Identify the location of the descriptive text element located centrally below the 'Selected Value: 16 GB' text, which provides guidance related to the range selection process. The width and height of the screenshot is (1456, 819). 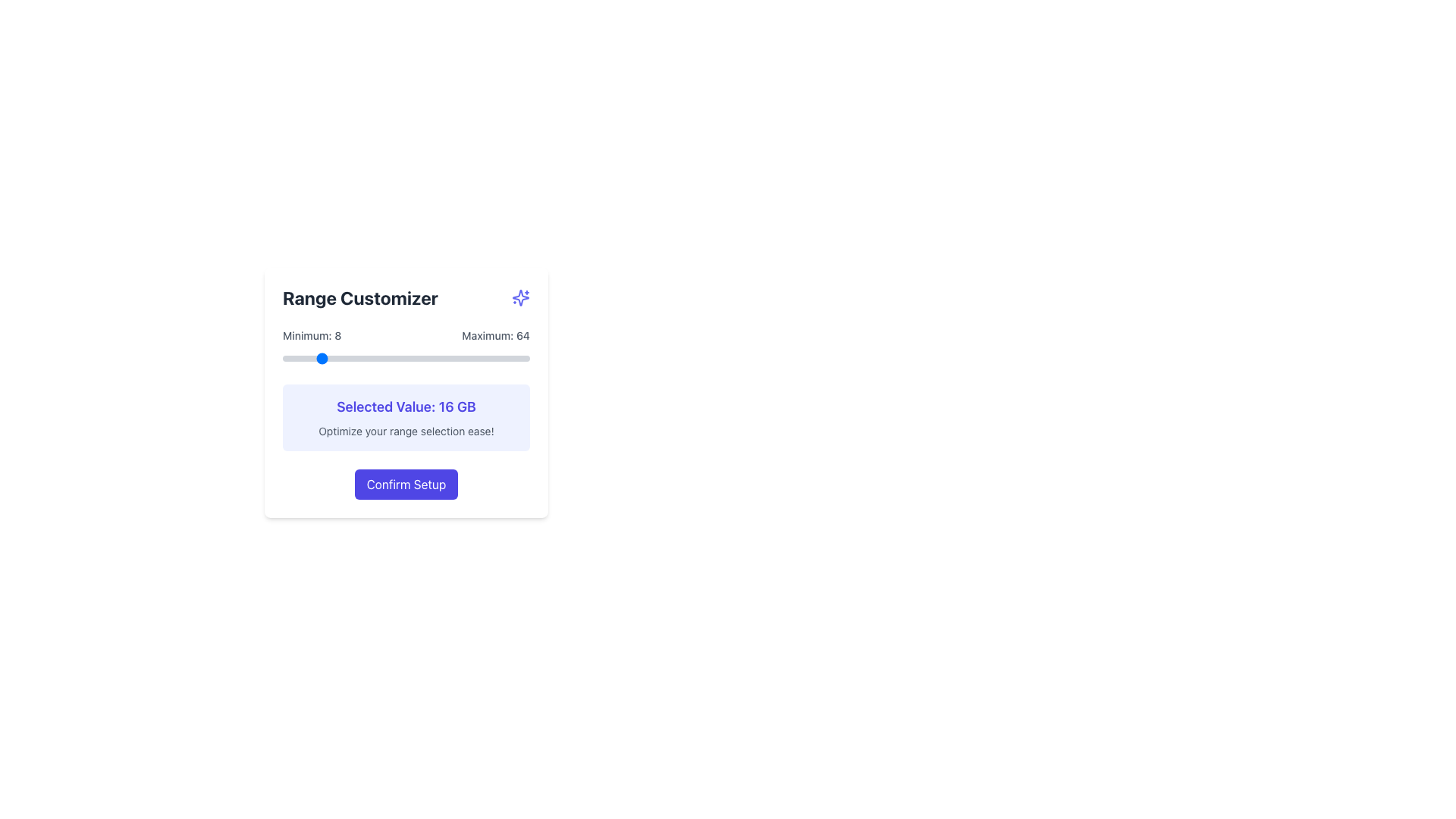
(406, 431).